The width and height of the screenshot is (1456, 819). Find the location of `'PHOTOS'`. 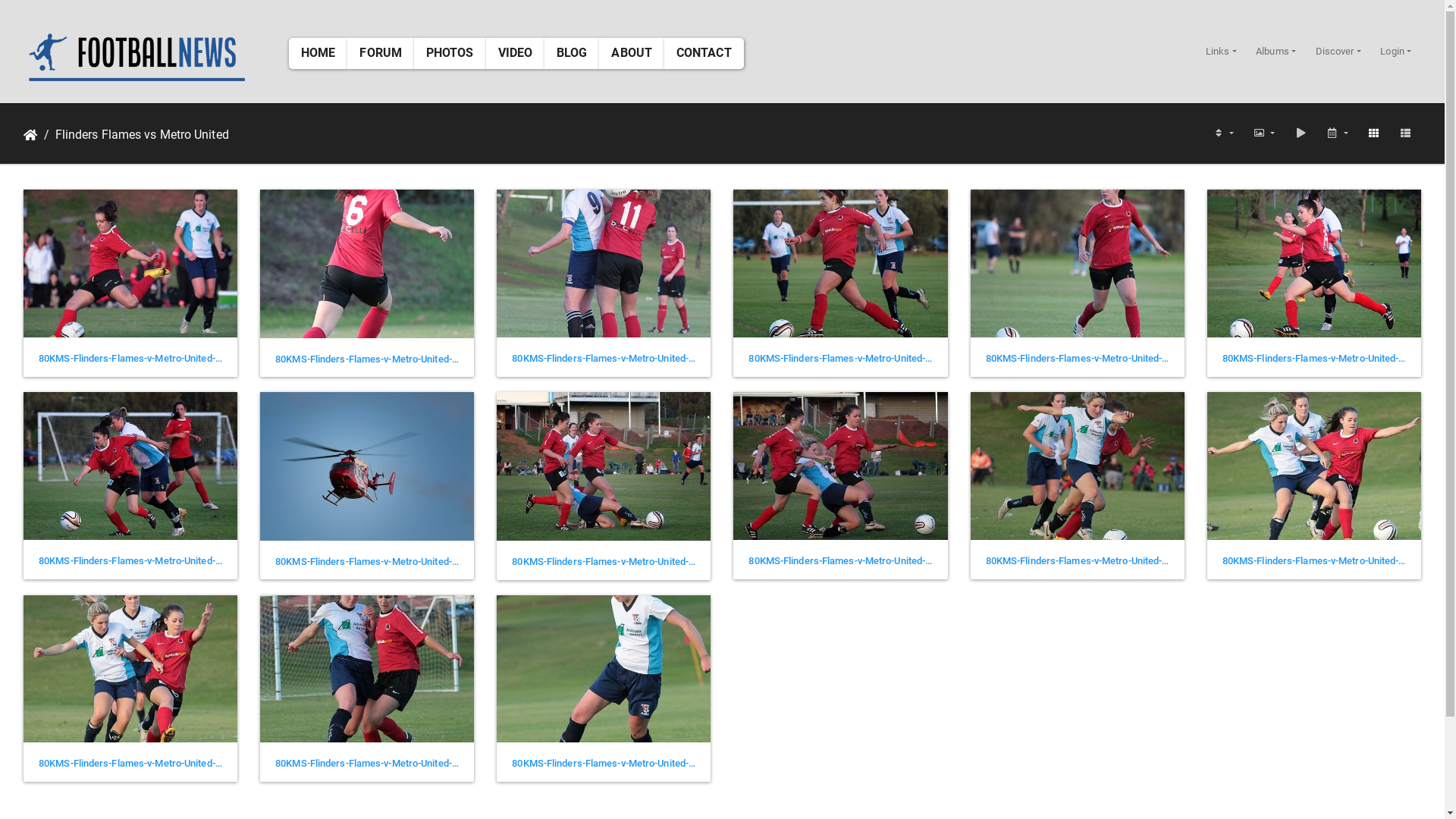

'PHOTOS' is located at coordinates (414, 52).